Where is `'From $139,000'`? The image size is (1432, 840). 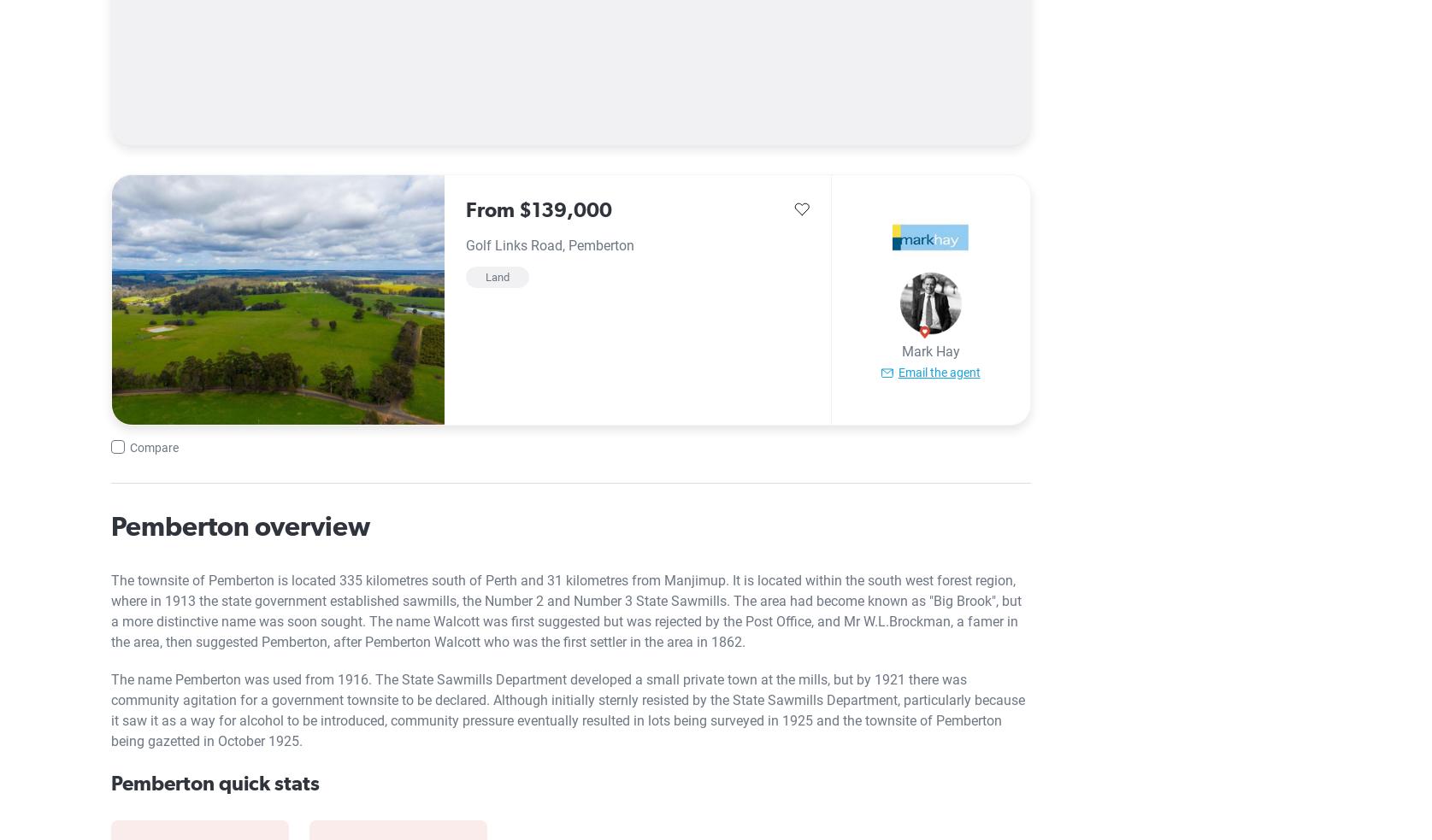
'From $139,000' is located at coordinates (538, 208).